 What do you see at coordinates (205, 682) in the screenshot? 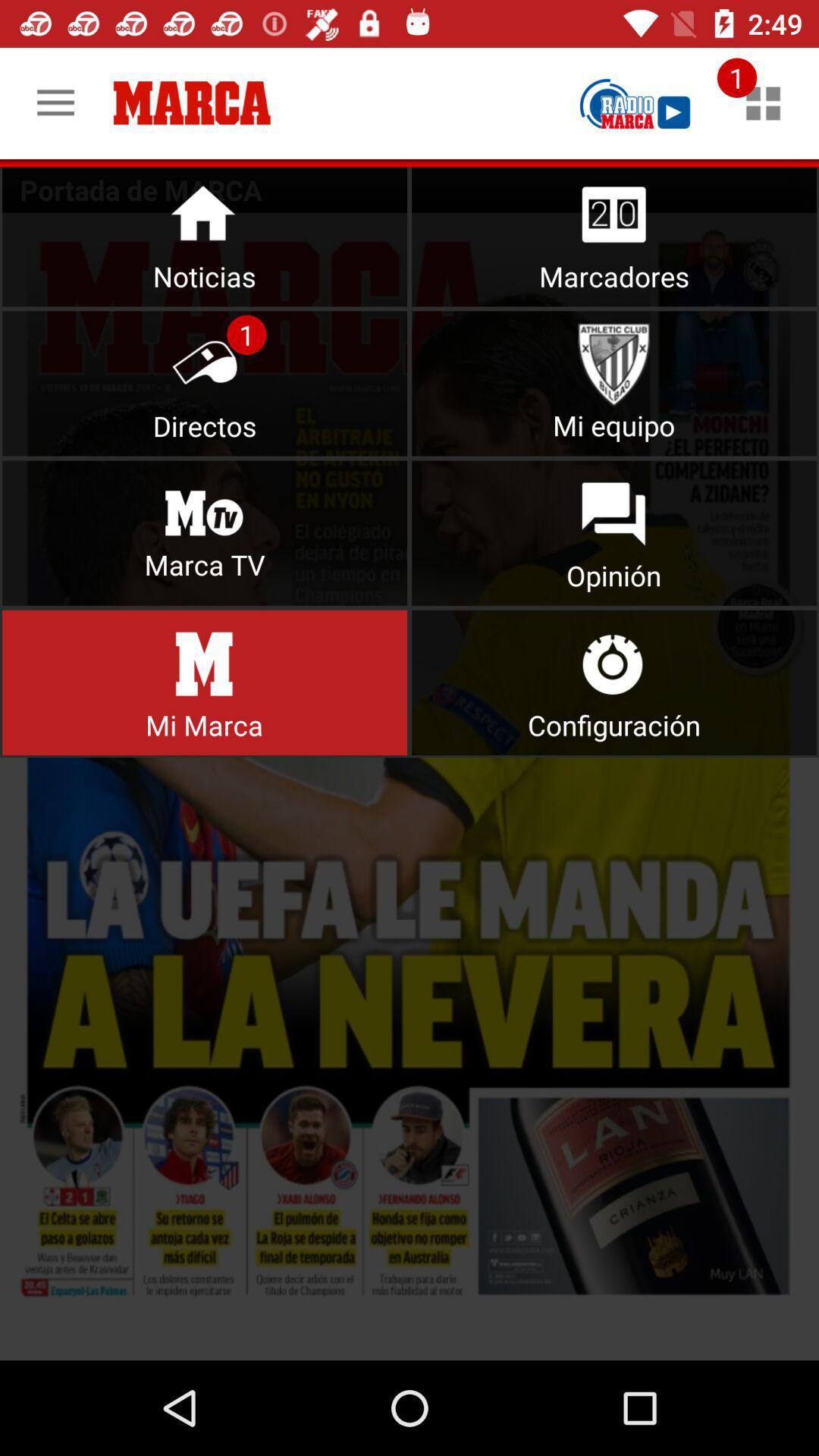
I see `access the 'marca item` at bounding box center [205, 682].